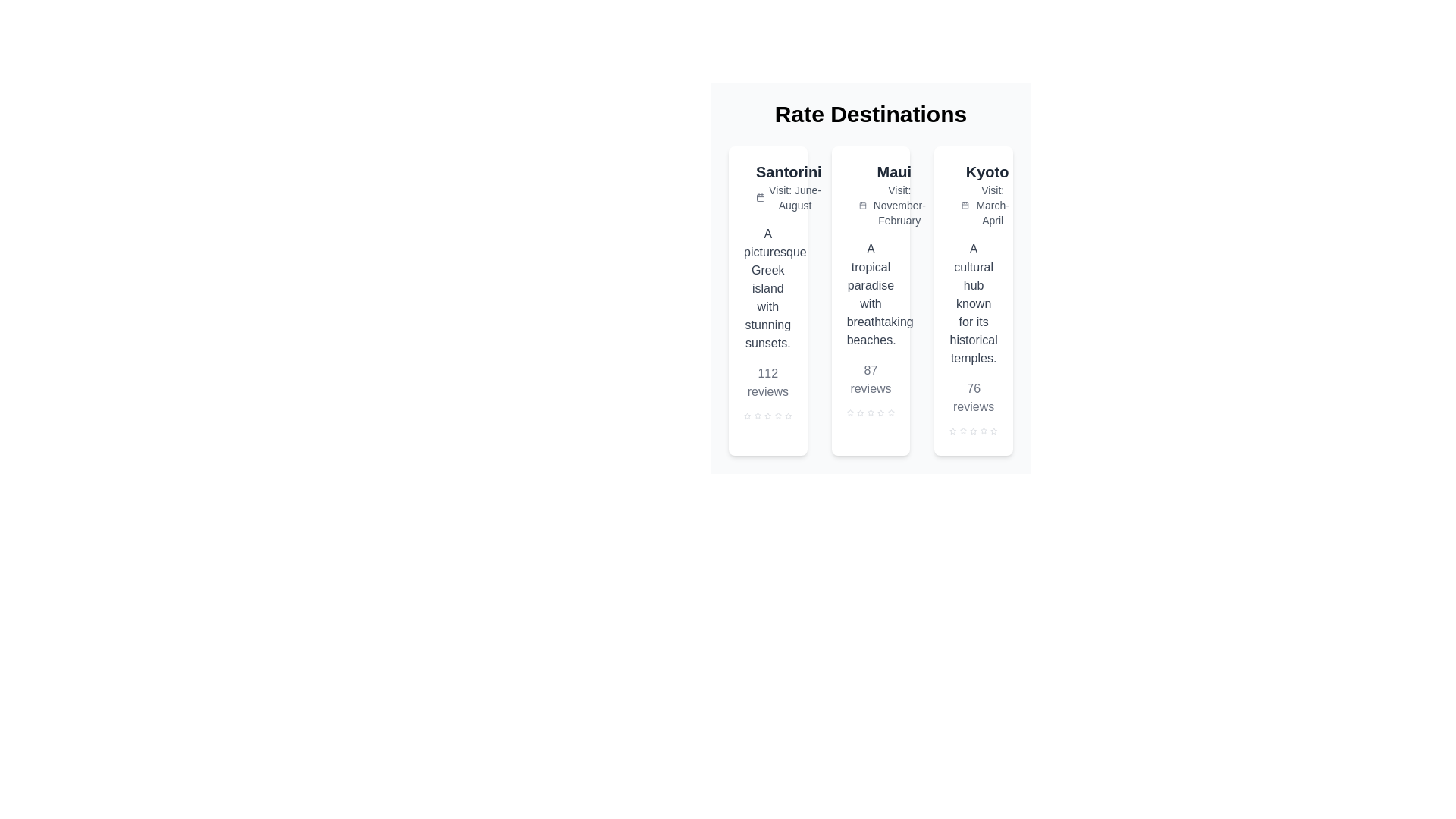 Image resolution: width=1456 pixels, height=819 pixels. What do you see at coordinates (987, 205) in the screenshot?
I see `the text label under the 'Kyoto' heading that says 'Visit:' on the first line and 'March-April' on the second line, which is accompanied by a small calendar icon to its left` at bounding box center [987, 205].